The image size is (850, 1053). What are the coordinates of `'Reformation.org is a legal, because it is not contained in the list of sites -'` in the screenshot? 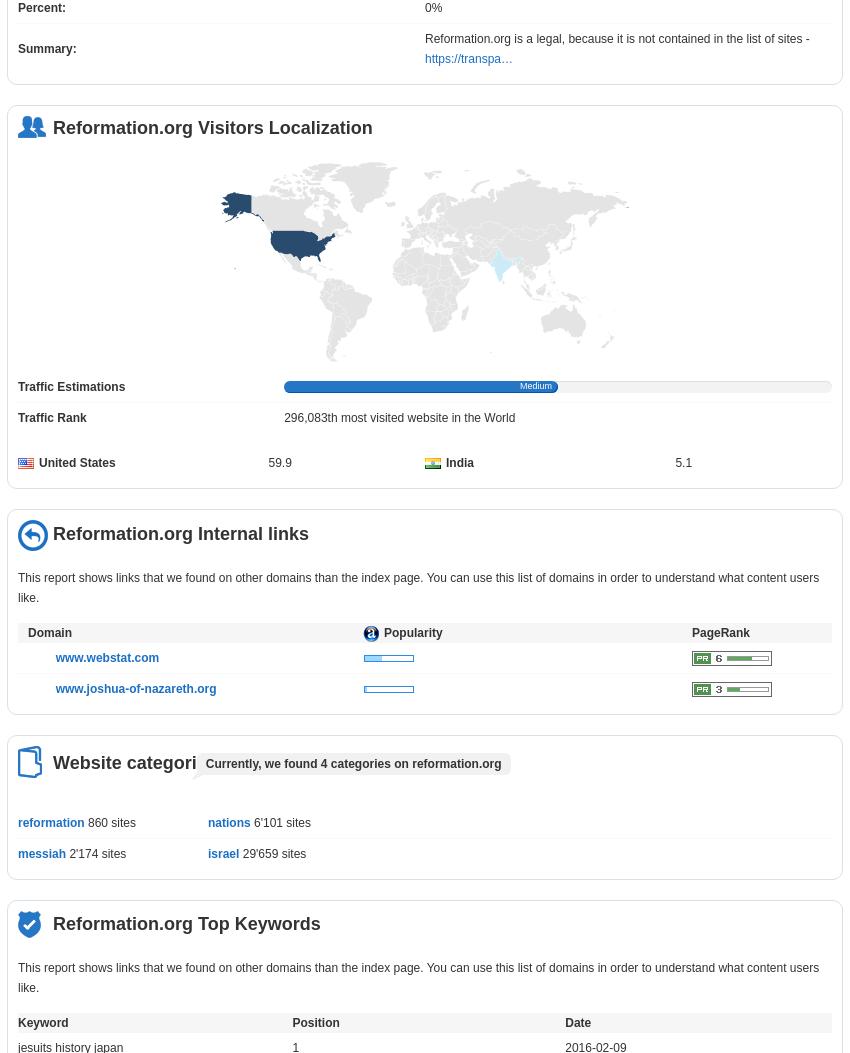 It's located at (616, 38).